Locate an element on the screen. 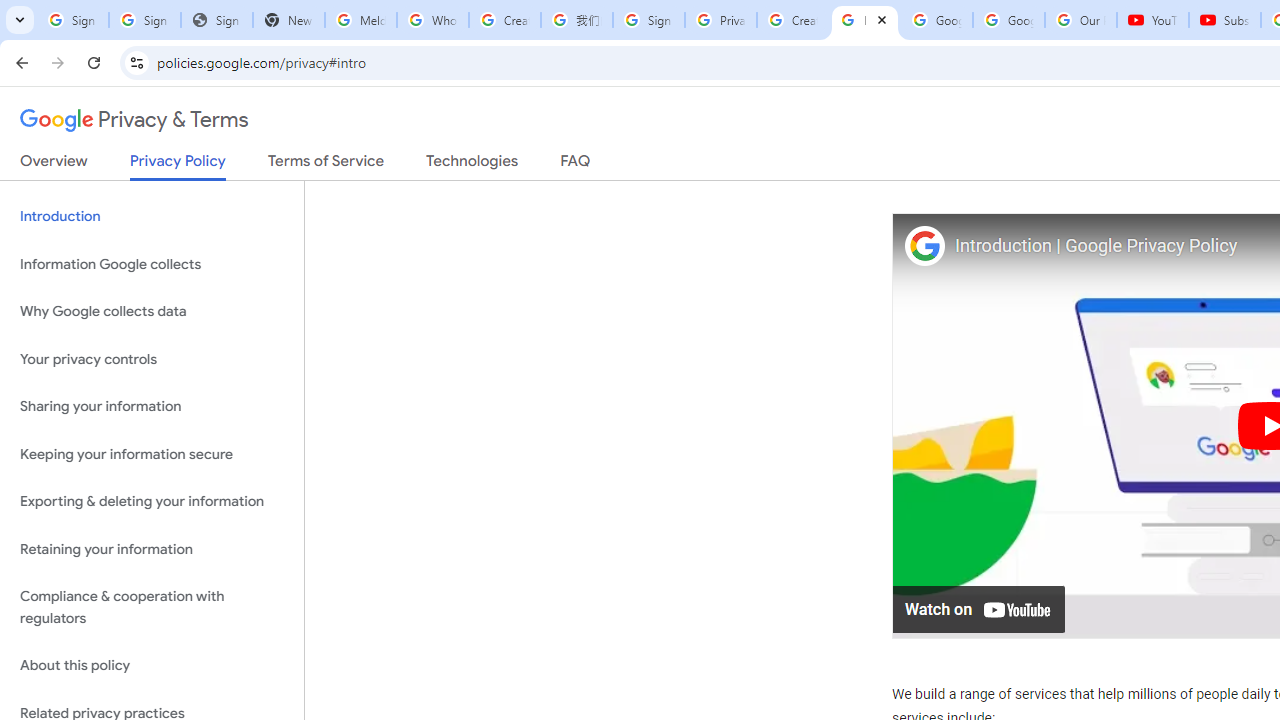 The image size is (1280, 720). 'Photo image of Google' is located at coordinates (923, 244).